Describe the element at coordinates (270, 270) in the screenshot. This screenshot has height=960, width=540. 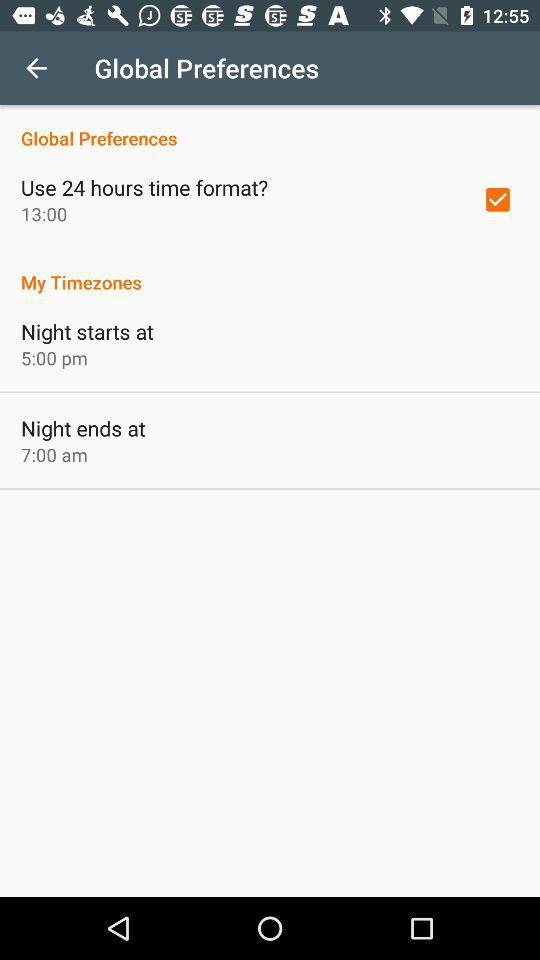
I see `the my timezones icon` at that location.